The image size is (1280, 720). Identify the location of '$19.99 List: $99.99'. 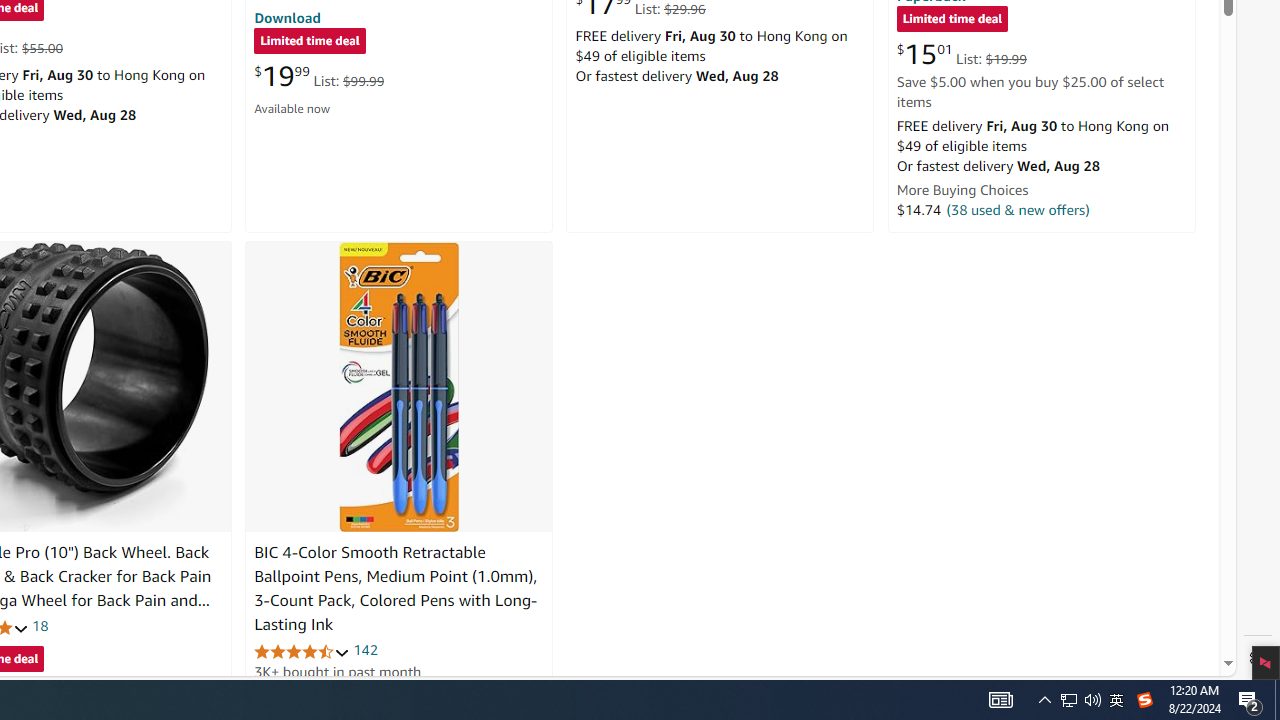
(318, 75).